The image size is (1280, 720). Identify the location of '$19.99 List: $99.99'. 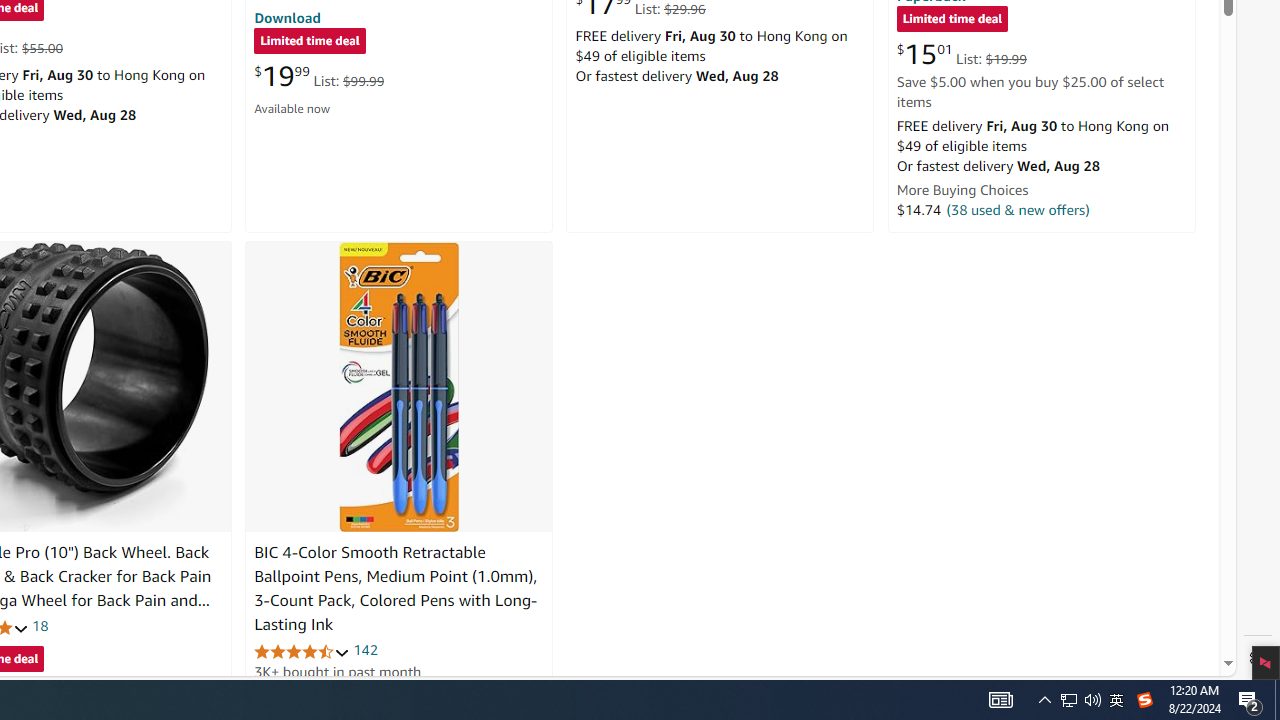
(318, 75).